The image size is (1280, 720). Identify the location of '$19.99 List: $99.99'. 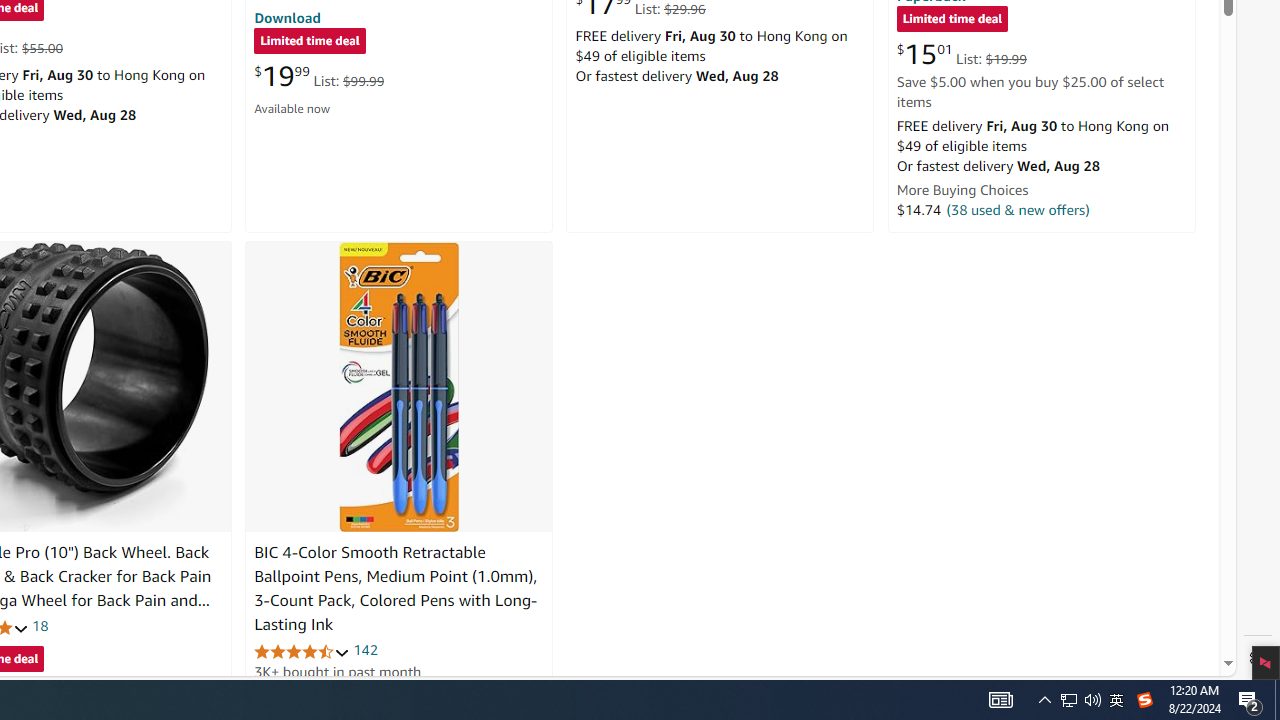
(318, 75).